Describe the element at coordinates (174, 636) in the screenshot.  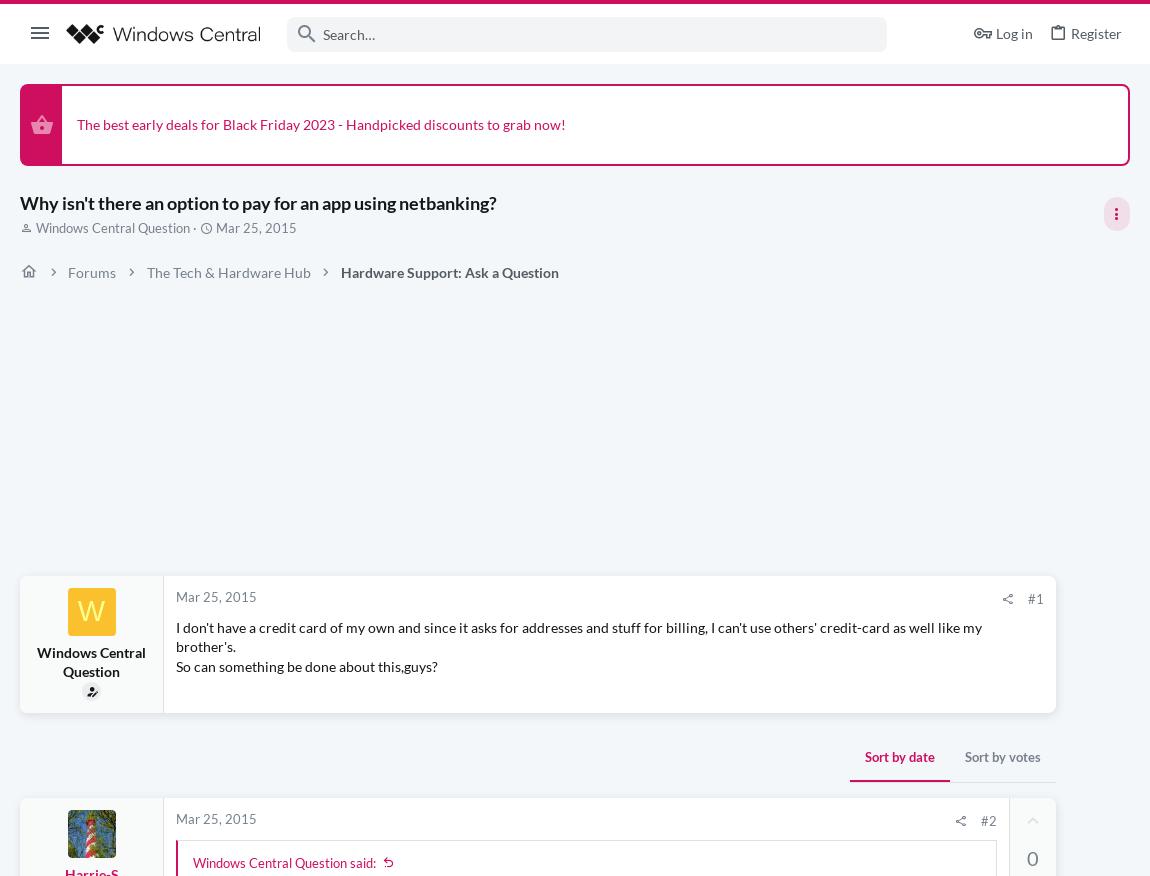
I see `'I don't have a credit card of my own and since it asks for addresses and stuff for billing, I can't use others' credit-card as well like my brother's.'` at that location.